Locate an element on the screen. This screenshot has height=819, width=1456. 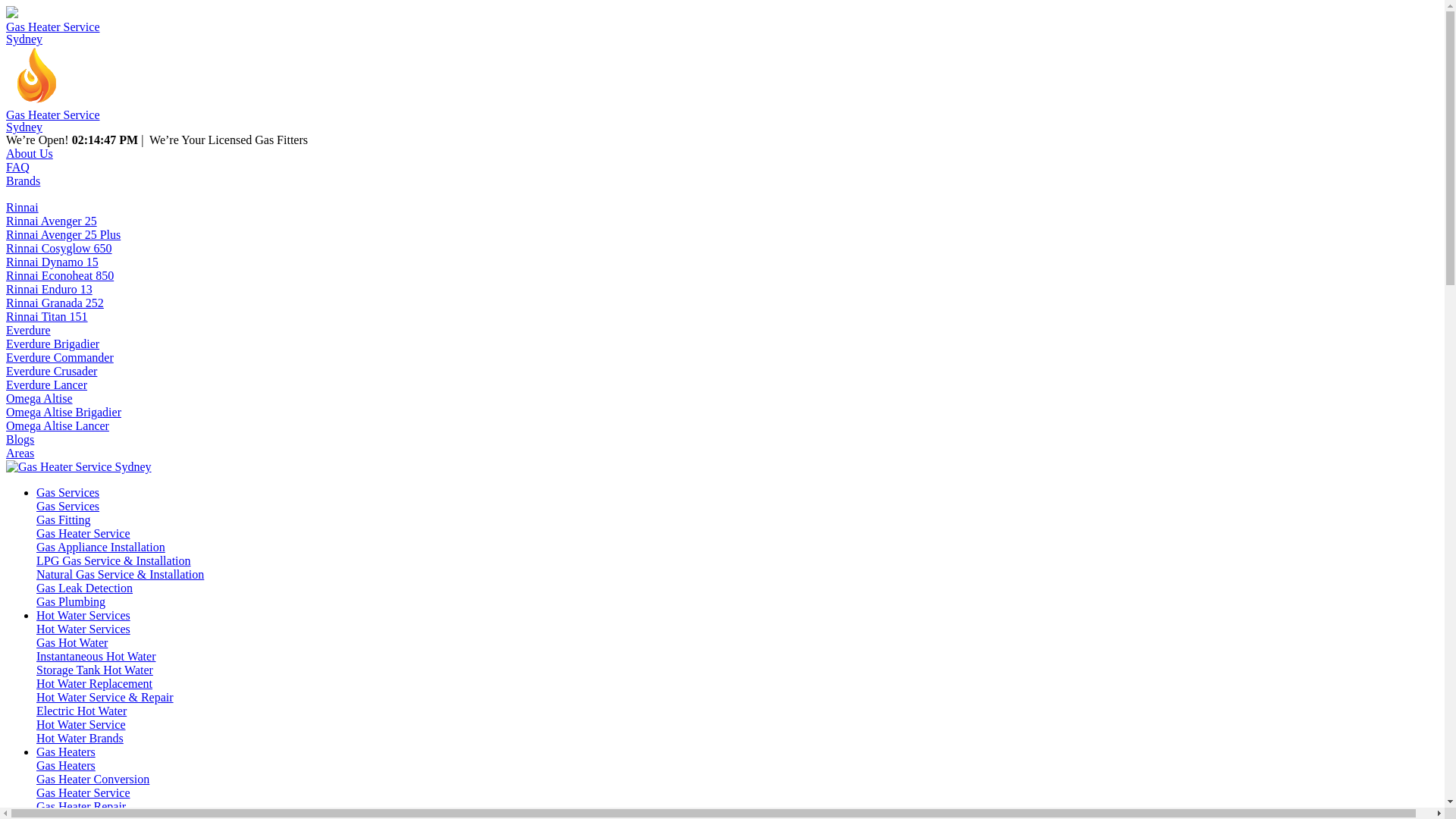
'Gas Appliance Installation' is located at coordinates (100, 547).